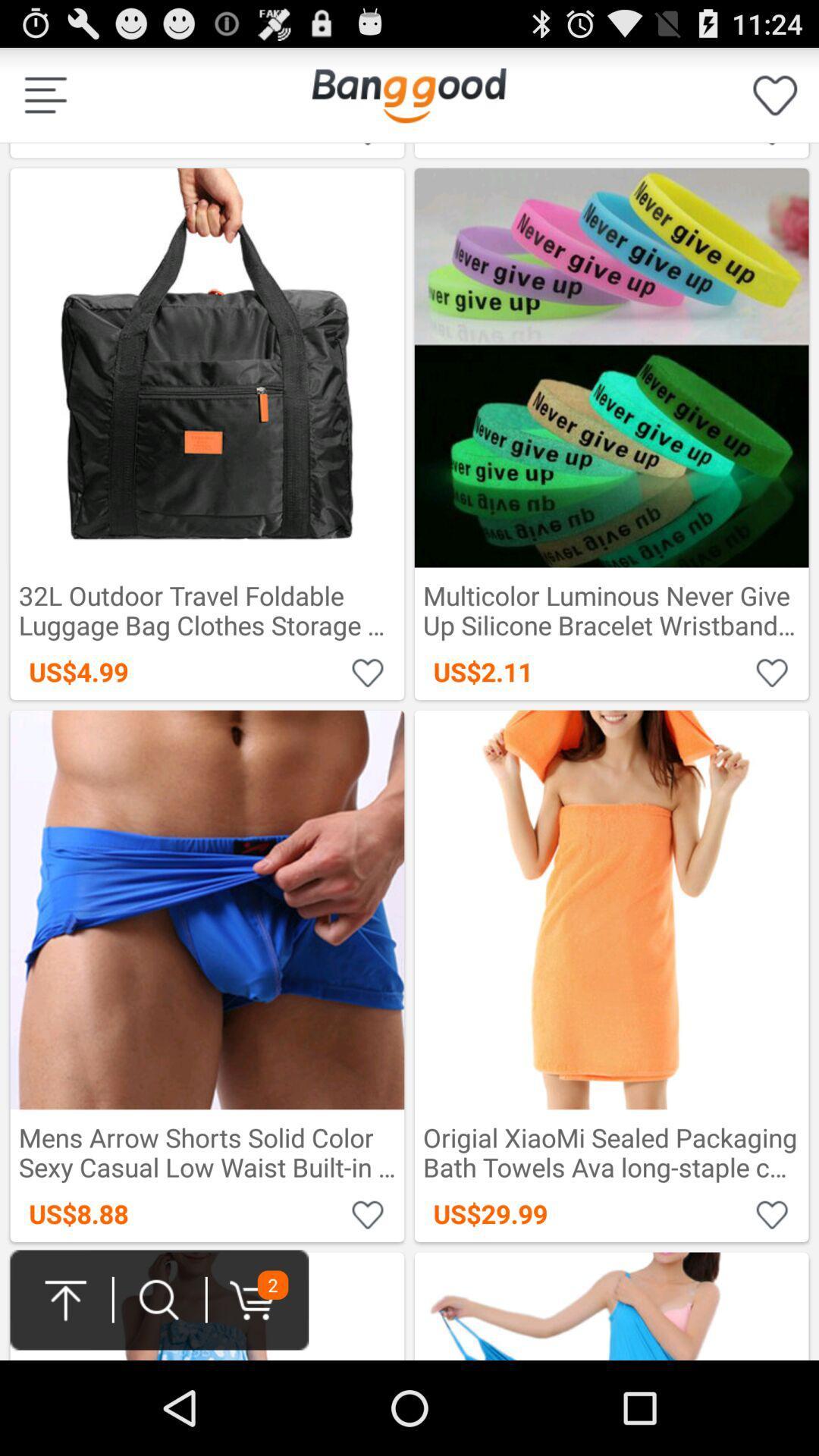 This screenshot has width=819, height=1456. I want to click on the item to the right of us$3.09, so click(408, 94).